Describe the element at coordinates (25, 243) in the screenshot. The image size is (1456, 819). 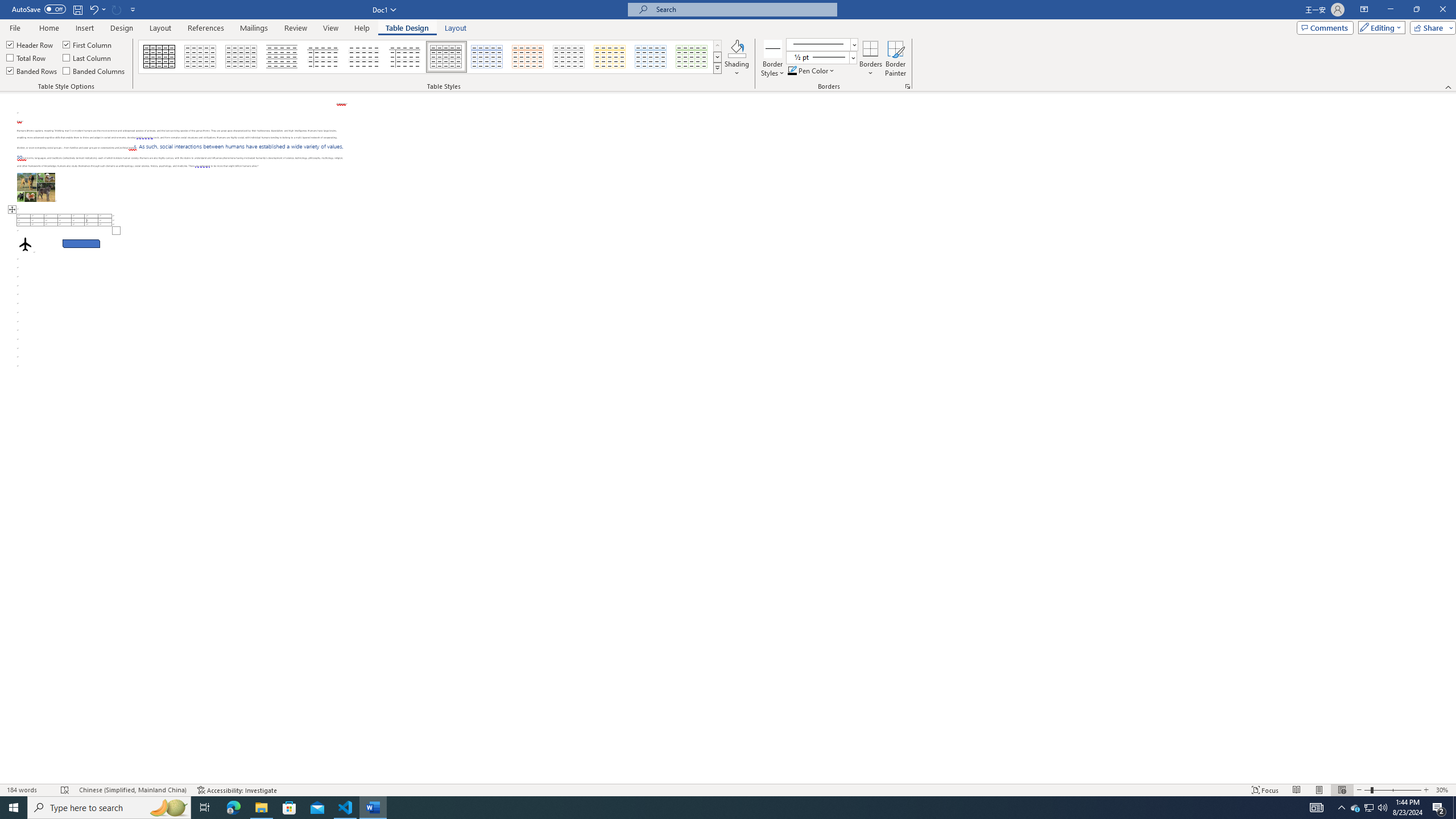
I see `'Airplane with solid fill'` at that location.